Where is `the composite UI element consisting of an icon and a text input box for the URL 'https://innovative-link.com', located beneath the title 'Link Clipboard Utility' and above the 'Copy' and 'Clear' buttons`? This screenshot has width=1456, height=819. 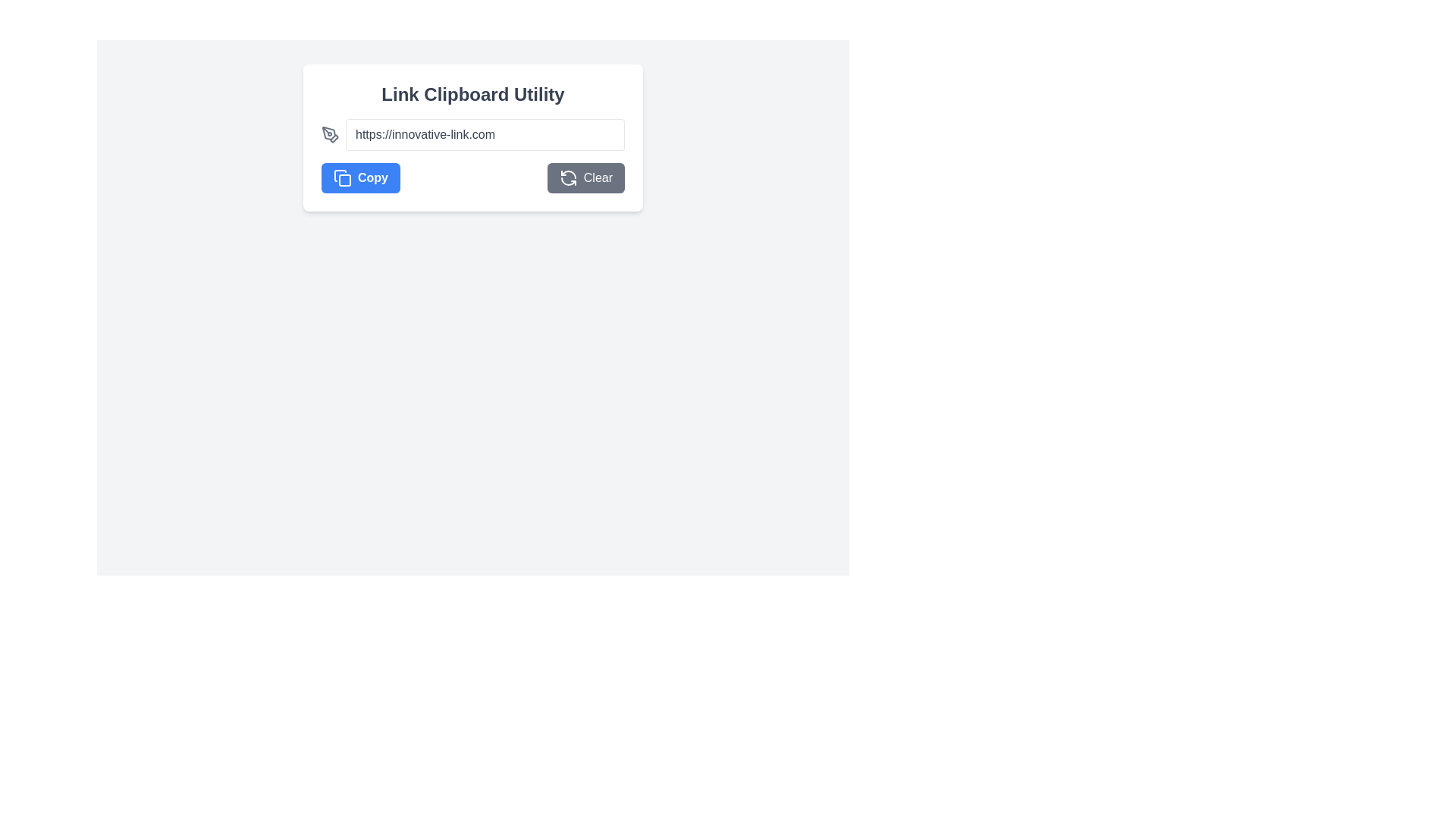 the composite UI element consisting of an icon and a text input box for the URL 'https://innovative-link.com', located beneath the title 'Link Clipboard Utility' and above the 'Copy' and 'Clear' buttons is located at coordinates (472, 133).